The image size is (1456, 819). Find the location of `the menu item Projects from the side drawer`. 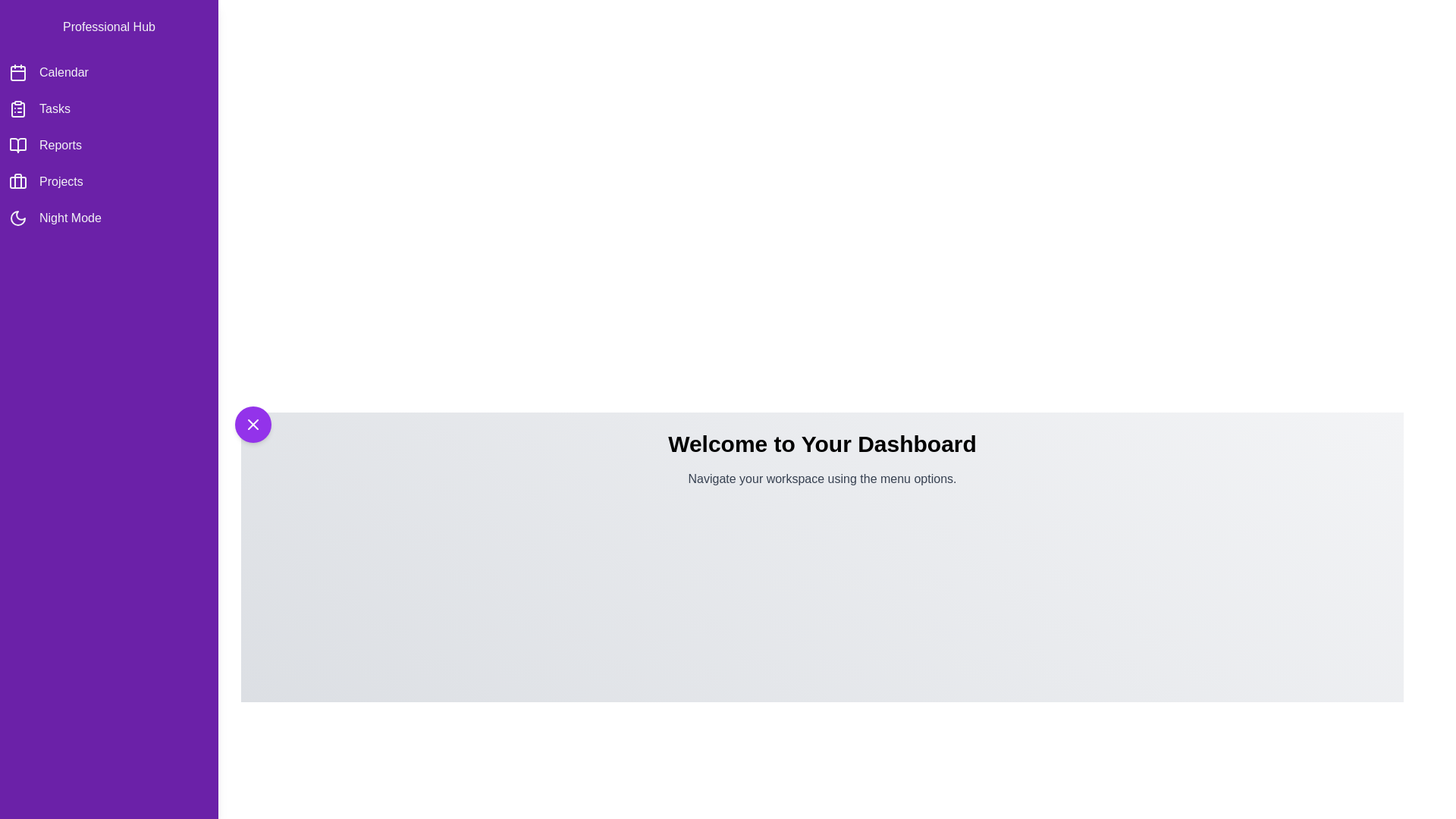

the menu item Projects from the side drawer is located at coordinates (108, 180).